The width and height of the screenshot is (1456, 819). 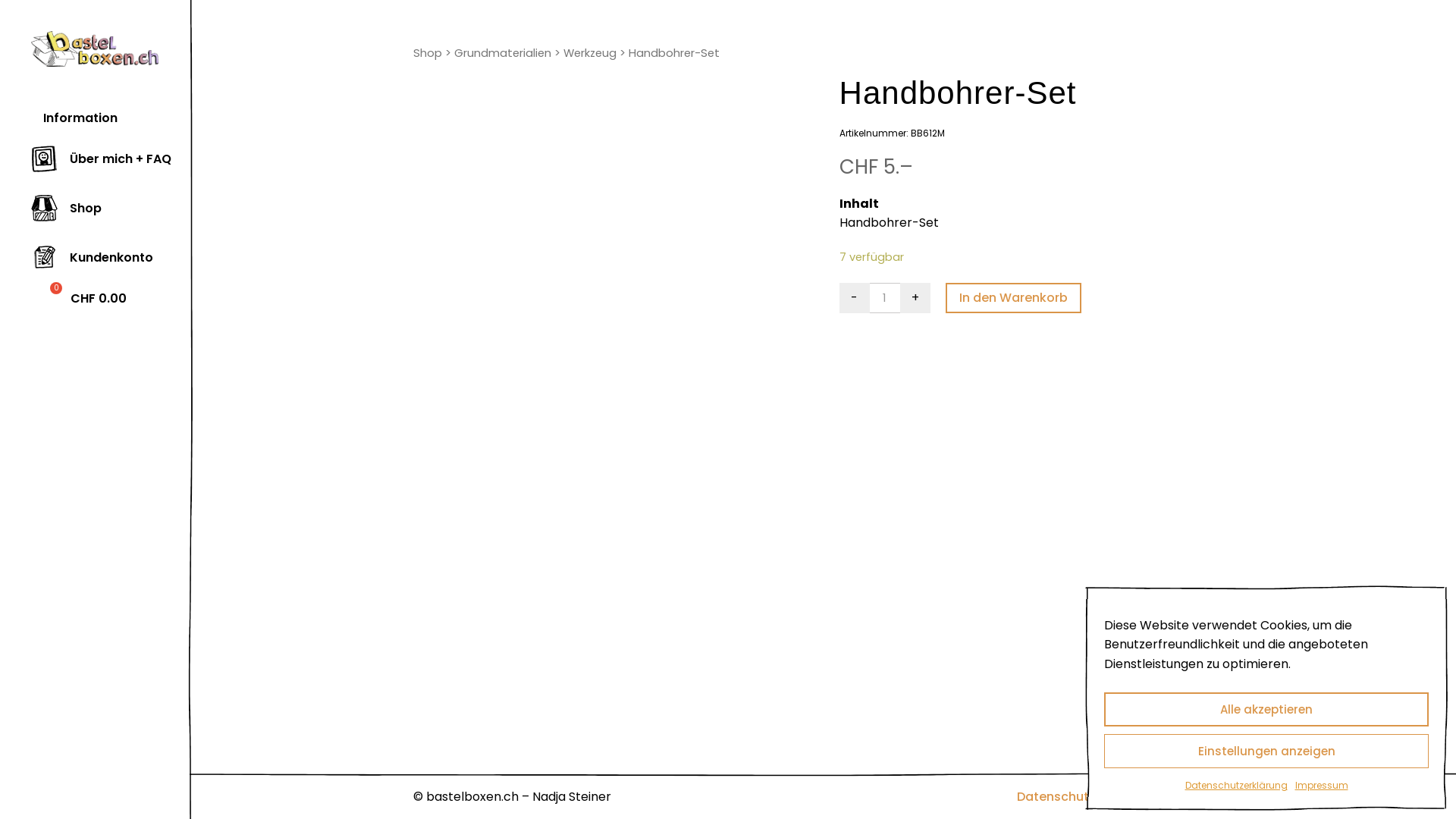 I want to click on 'Werkzeug', so click(x=563, y=52).